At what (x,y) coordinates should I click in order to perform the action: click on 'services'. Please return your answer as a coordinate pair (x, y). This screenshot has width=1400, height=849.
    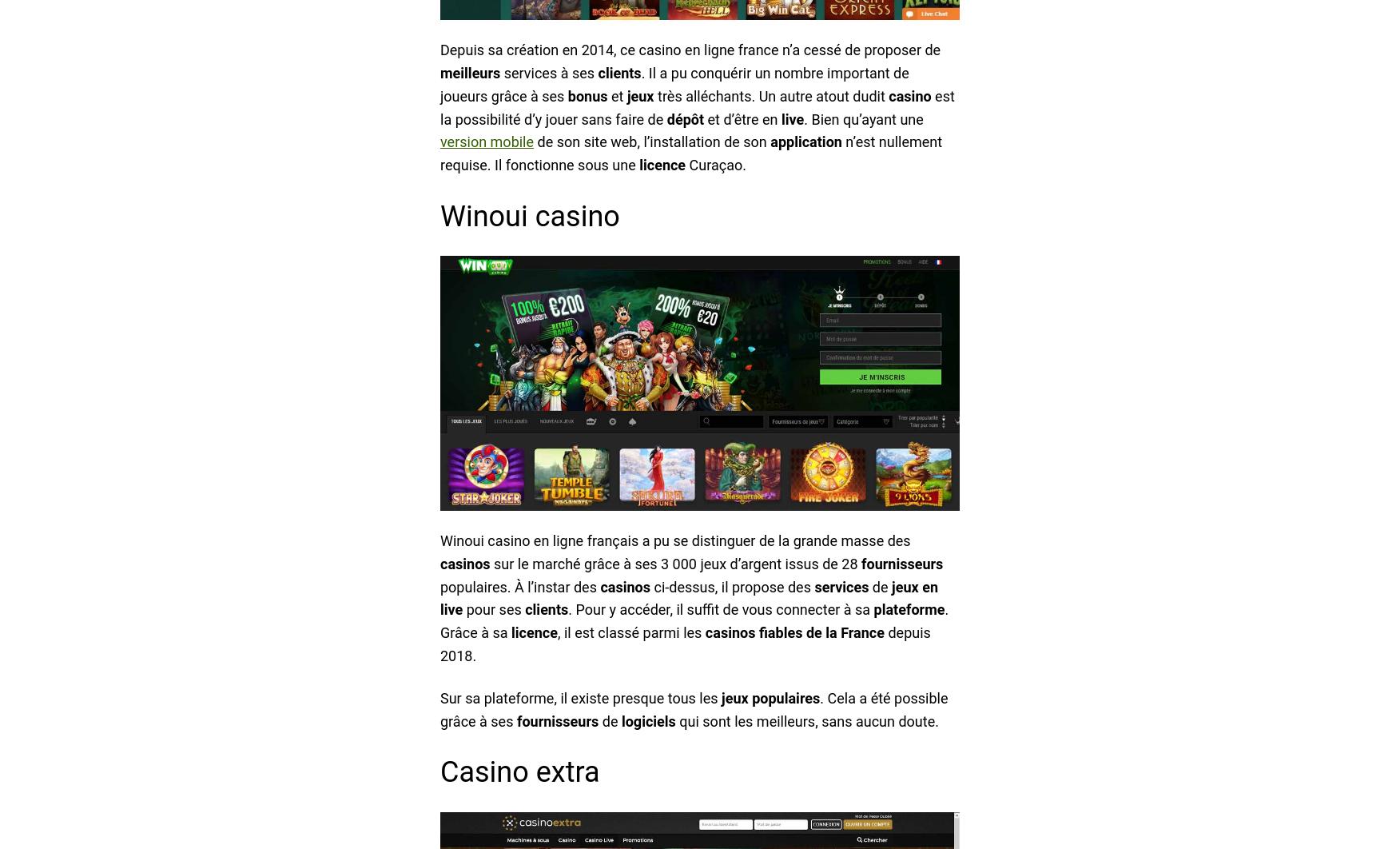
    Looking at the image, I should click on (841, 586).